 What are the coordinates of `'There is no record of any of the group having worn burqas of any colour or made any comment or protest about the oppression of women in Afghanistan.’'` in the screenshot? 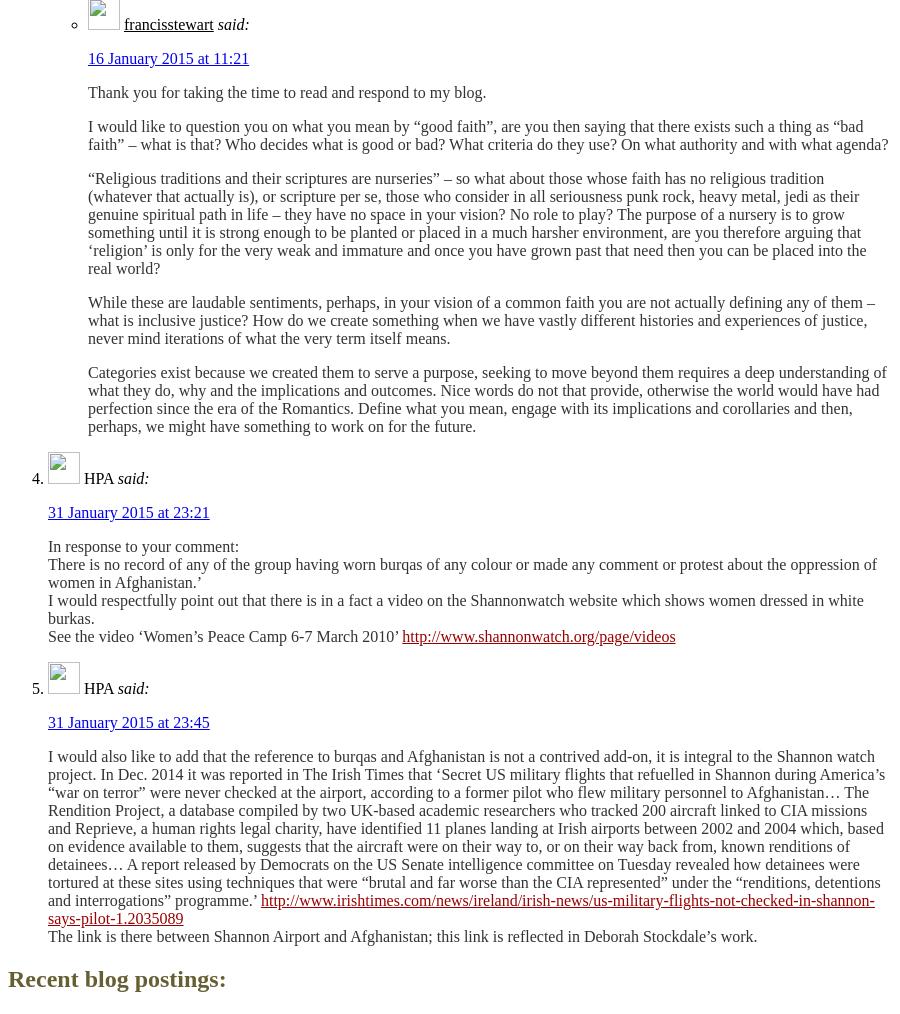 It's located at (461, 572).